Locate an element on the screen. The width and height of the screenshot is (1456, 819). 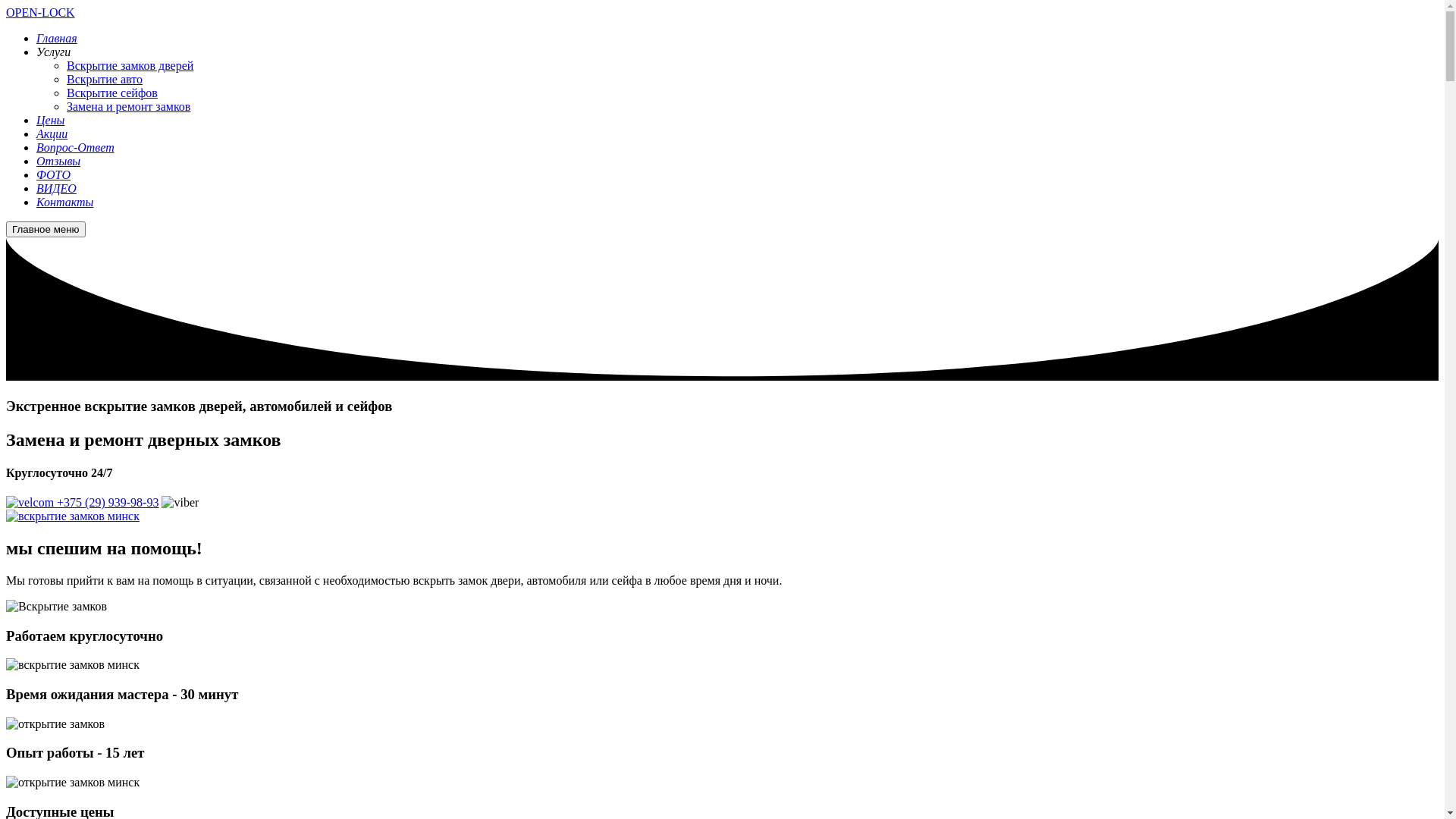
'OPEN-LOCK' is located at coordinates (6, 12).